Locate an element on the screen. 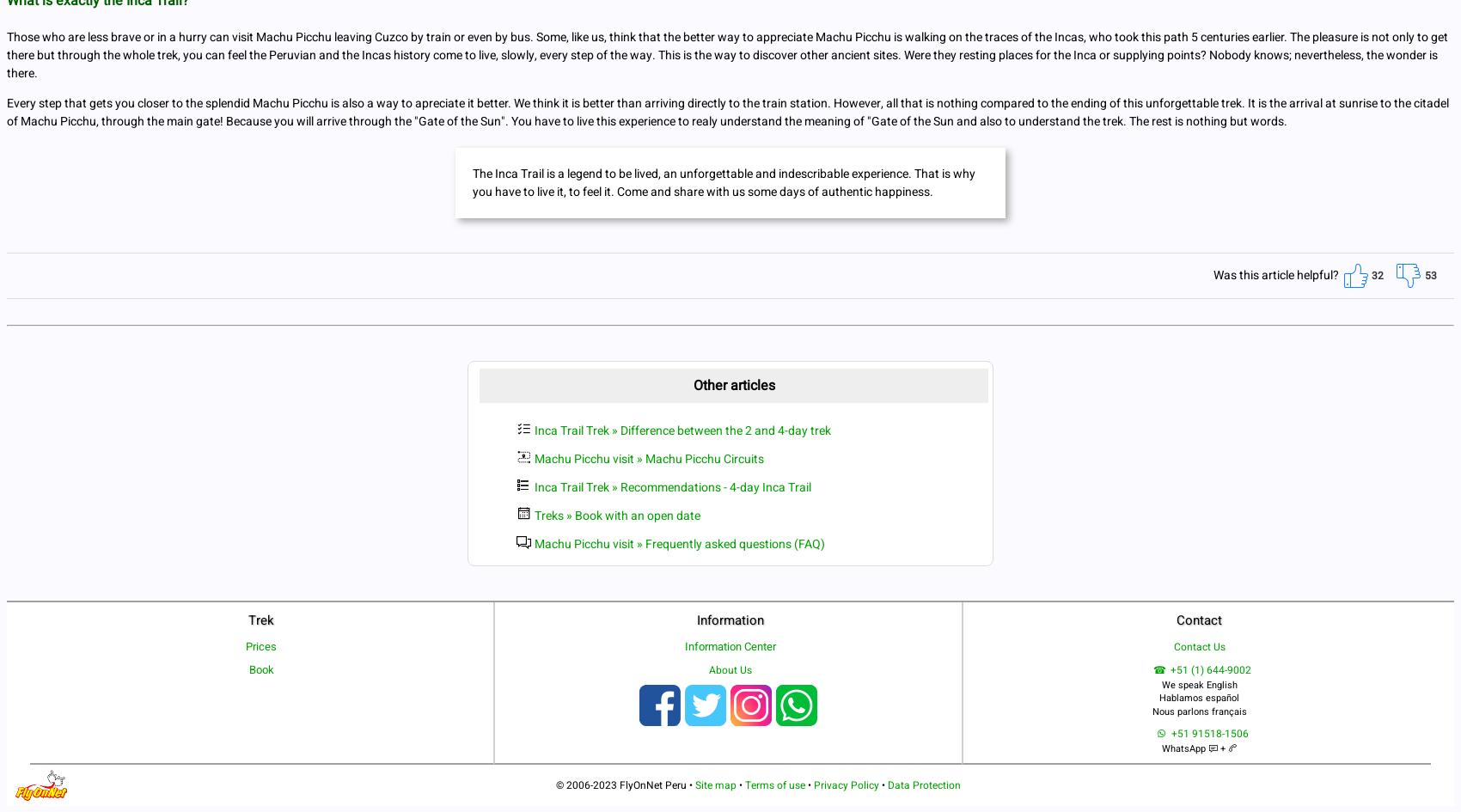 Image resolution: width=1461 pixels, height=812 pixels. 'Prices' is located at coordinates (245, 645).